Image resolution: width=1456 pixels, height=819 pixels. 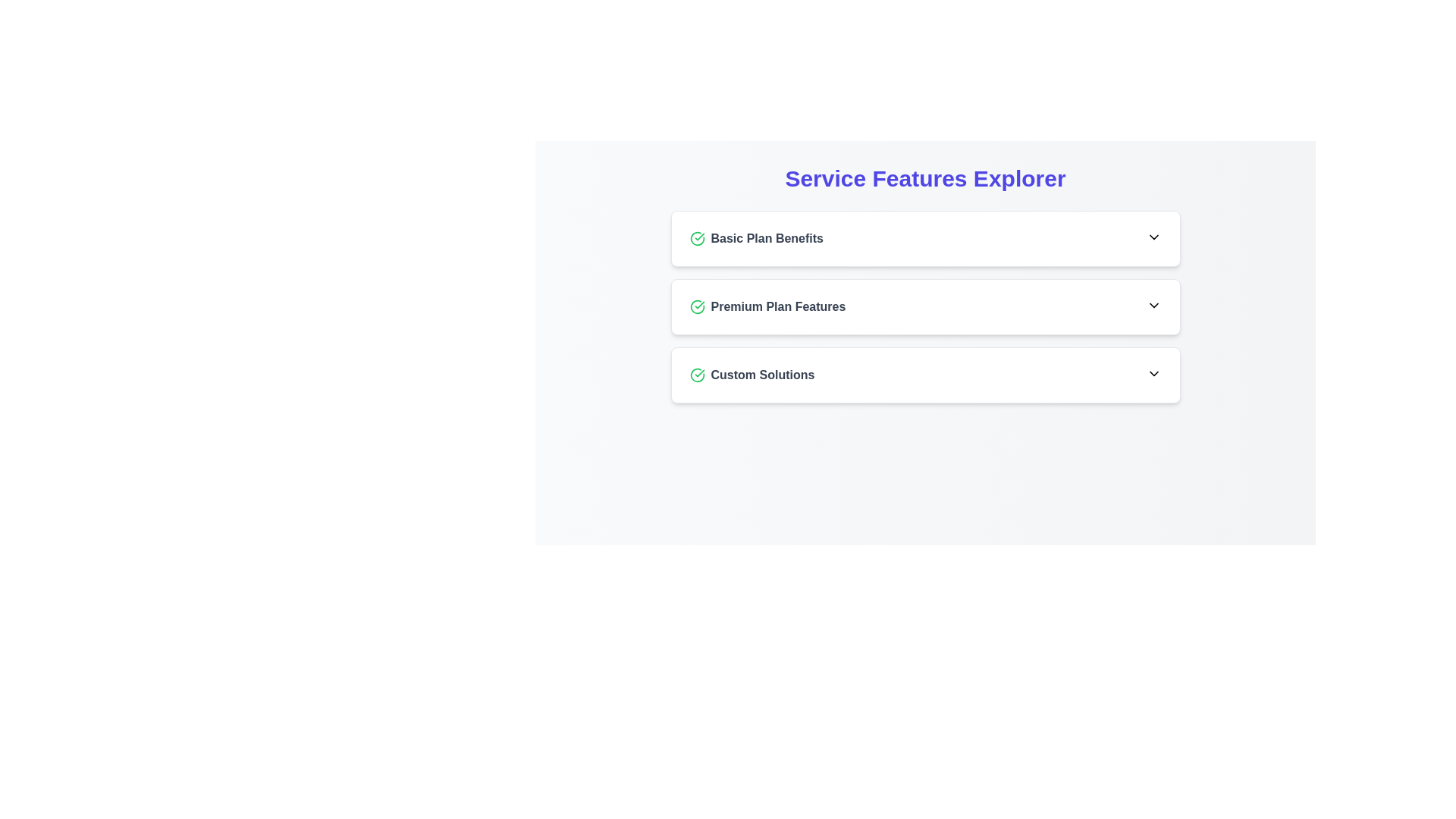 What do you see at coordinates (1153, 305) in the screenshot?
I see `the toggle icon located at the far-right side of the 'Premium Plan Features' section` at bounding box center [1153, 305].